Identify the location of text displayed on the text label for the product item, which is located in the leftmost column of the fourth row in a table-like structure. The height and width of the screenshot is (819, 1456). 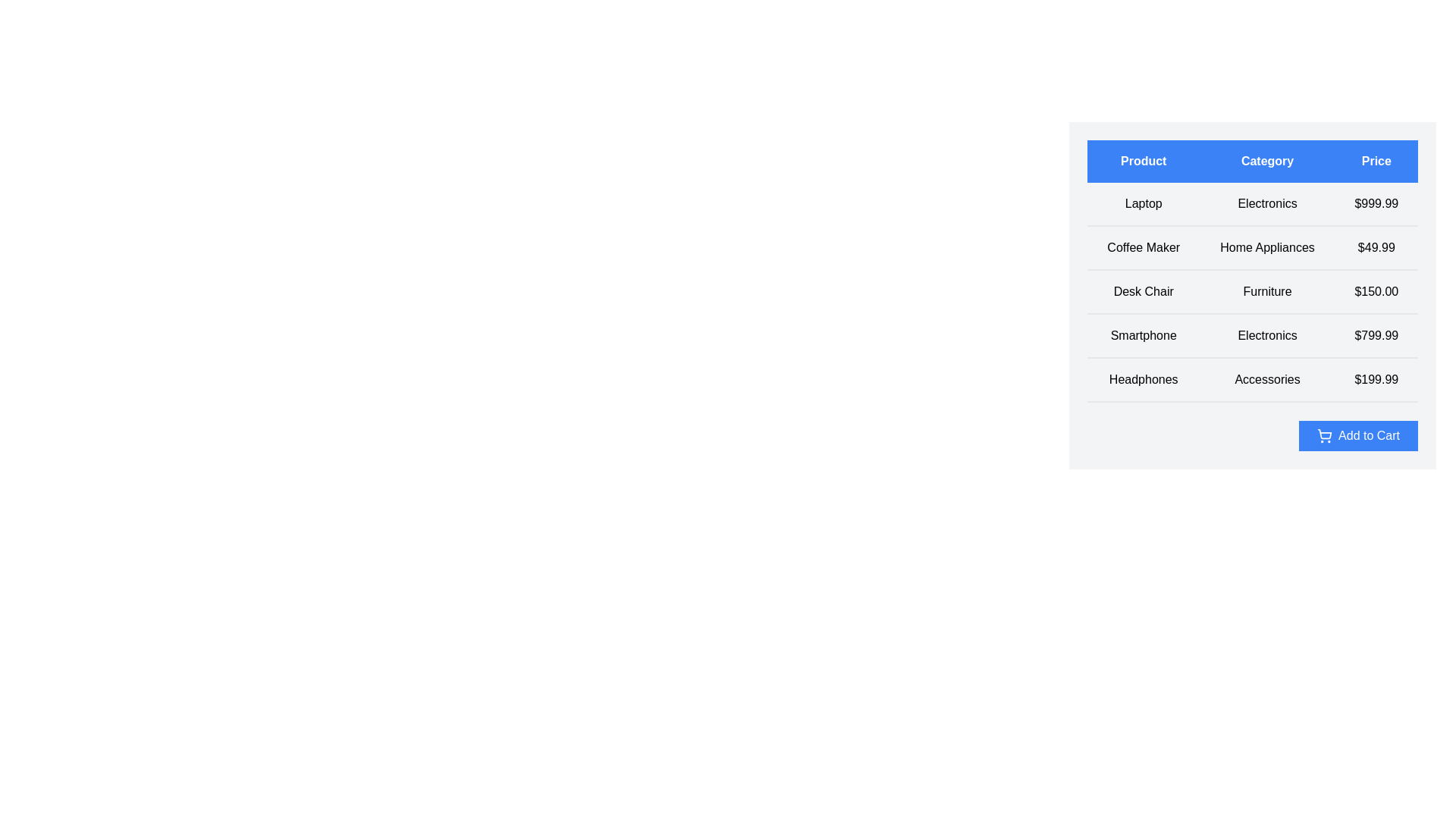
(1144, 335).